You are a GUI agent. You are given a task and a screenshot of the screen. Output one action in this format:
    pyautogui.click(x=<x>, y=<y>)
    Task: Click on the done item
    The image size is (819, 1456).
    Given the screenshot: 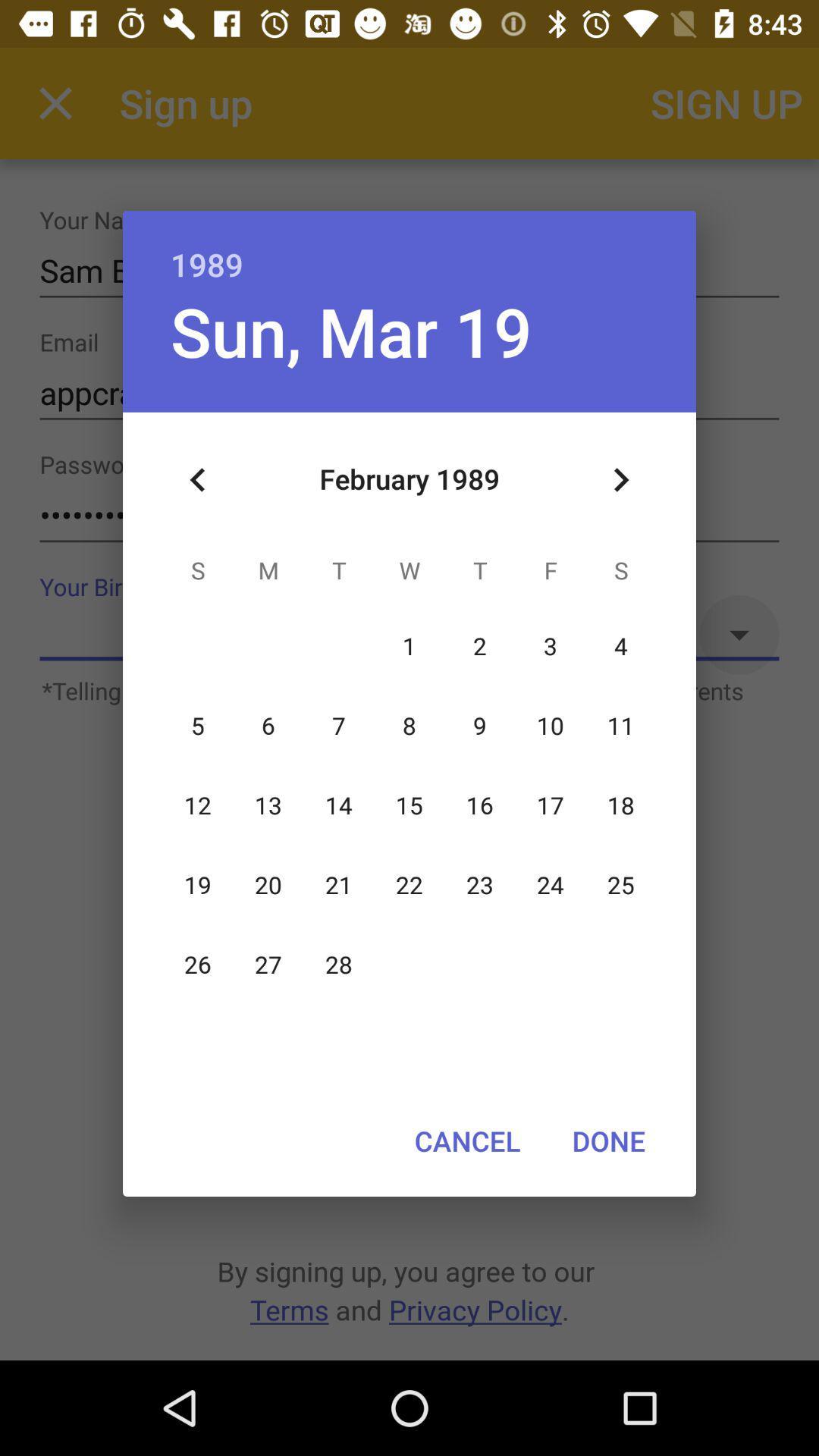 What is the action you would take?
    pyautogui.click(x=607, y=1141)
    